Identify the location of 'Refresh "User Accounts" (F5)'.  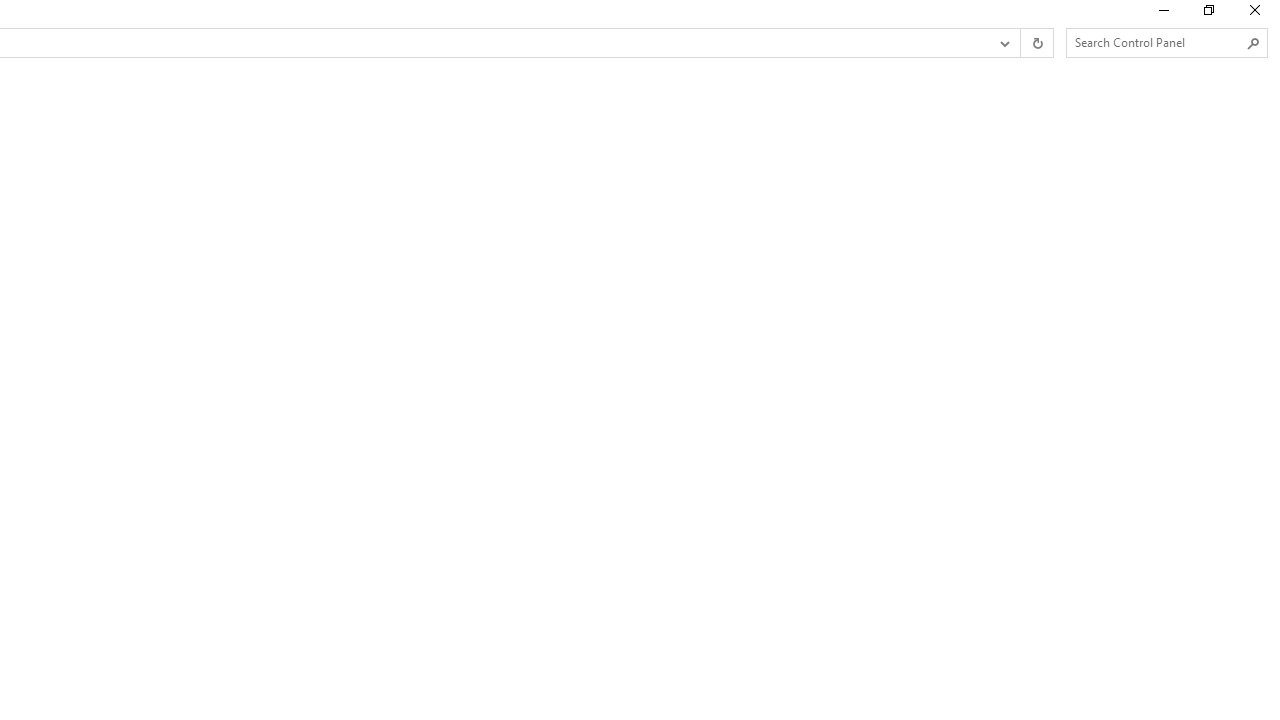
(1036, 43).